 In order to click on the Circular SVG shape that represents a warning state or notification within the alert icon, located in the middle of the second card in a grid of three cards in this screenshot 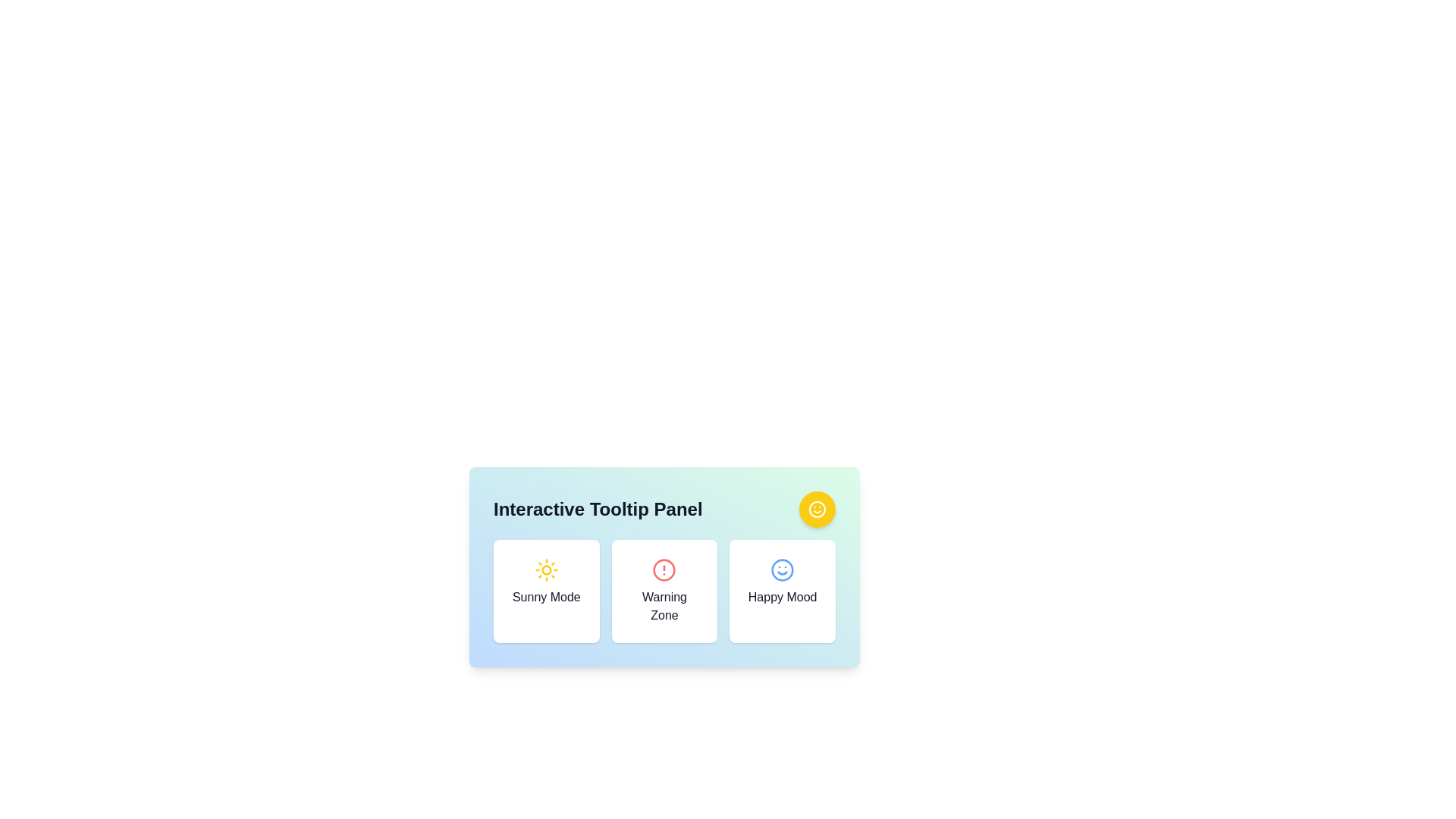, I will do `click(664, 570)`.